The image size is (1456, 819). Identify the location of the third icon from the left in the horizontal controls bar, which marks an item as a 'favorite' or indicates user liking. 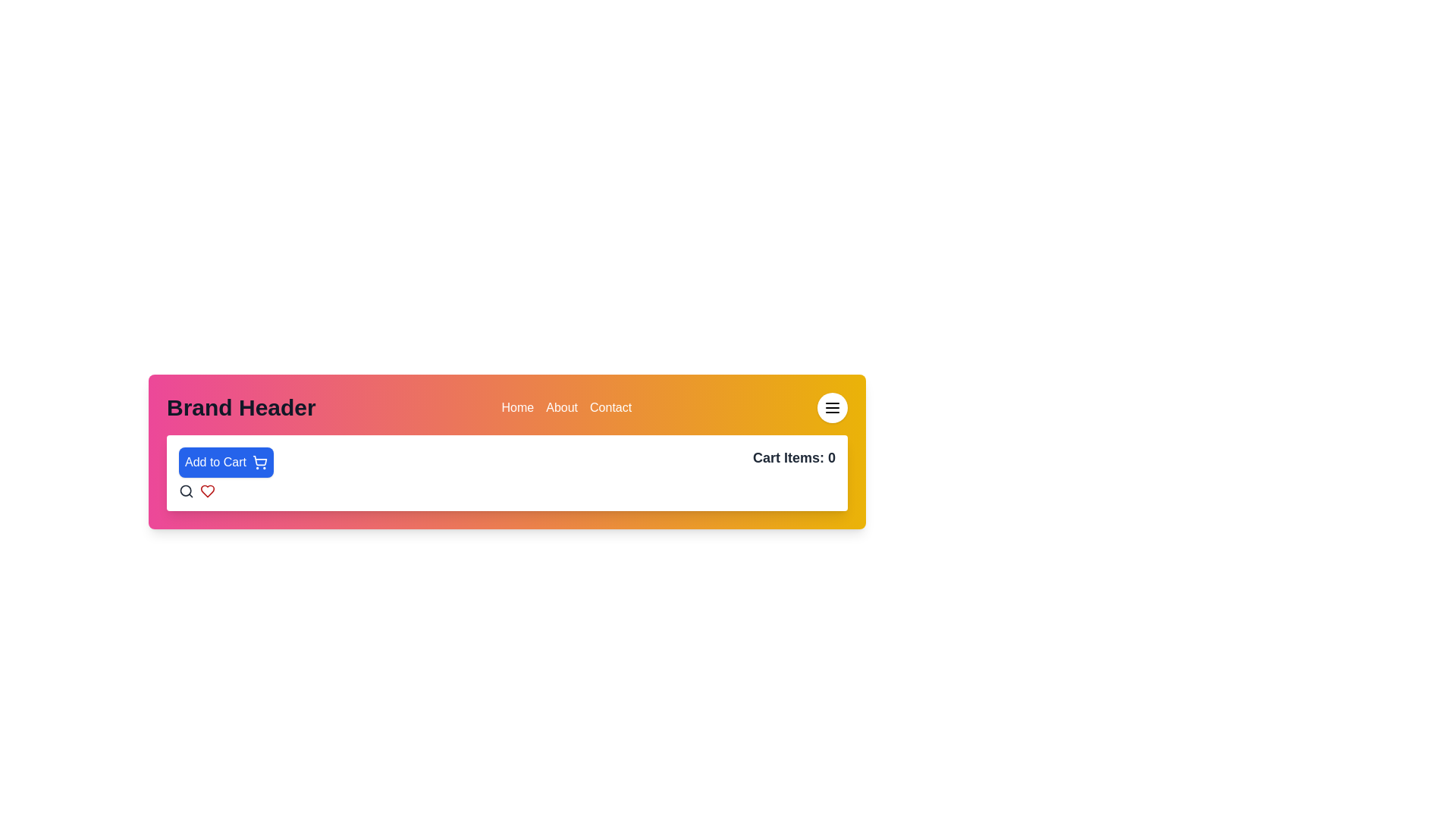
(206, 491).